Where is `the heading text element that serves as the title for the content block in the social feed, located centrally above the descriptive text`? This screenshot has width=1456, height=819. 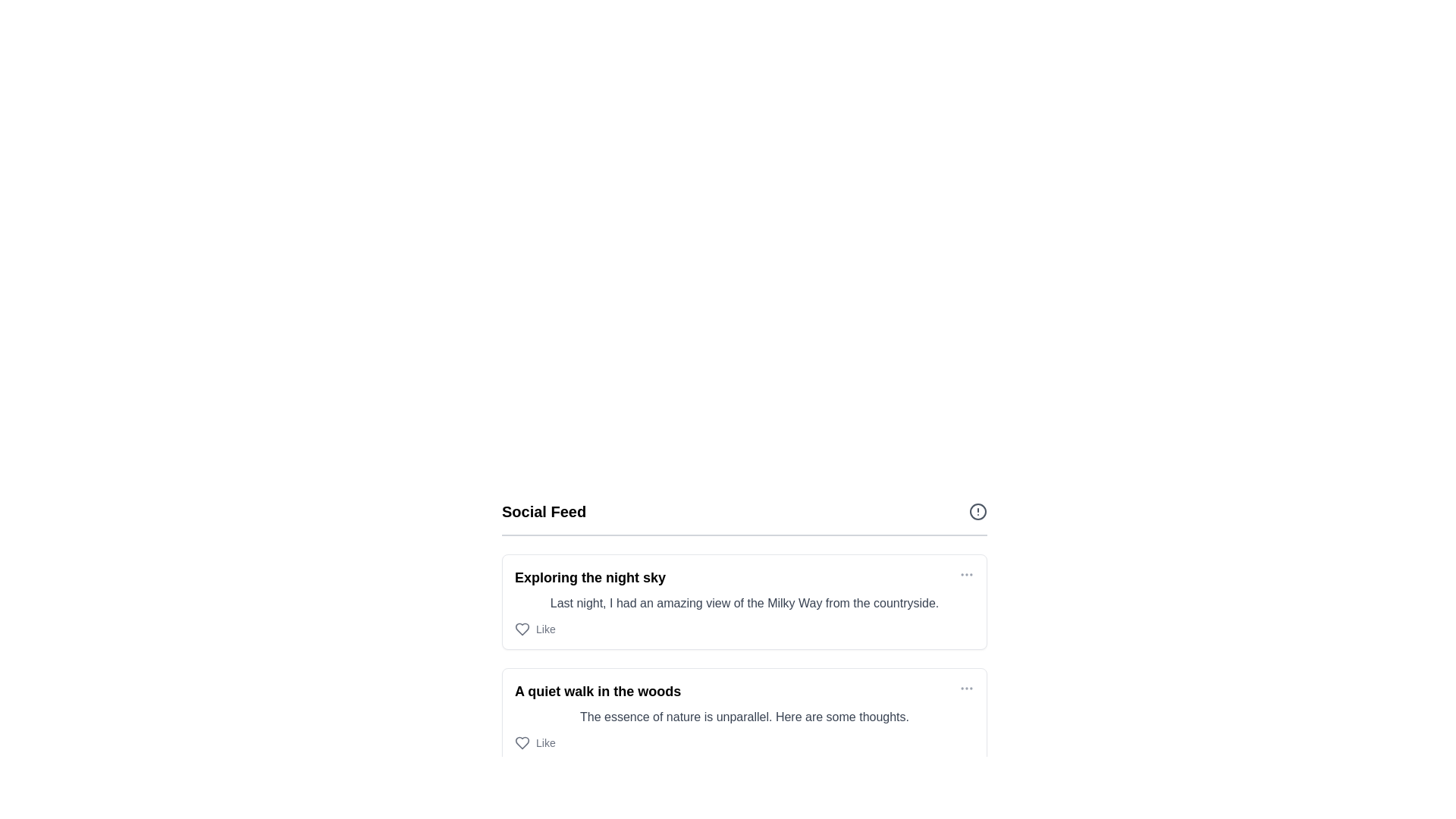 the heading text element that serves as the title for the content block in the social feed, located centrally above the descriptive text is located at coordinates (589, 578).